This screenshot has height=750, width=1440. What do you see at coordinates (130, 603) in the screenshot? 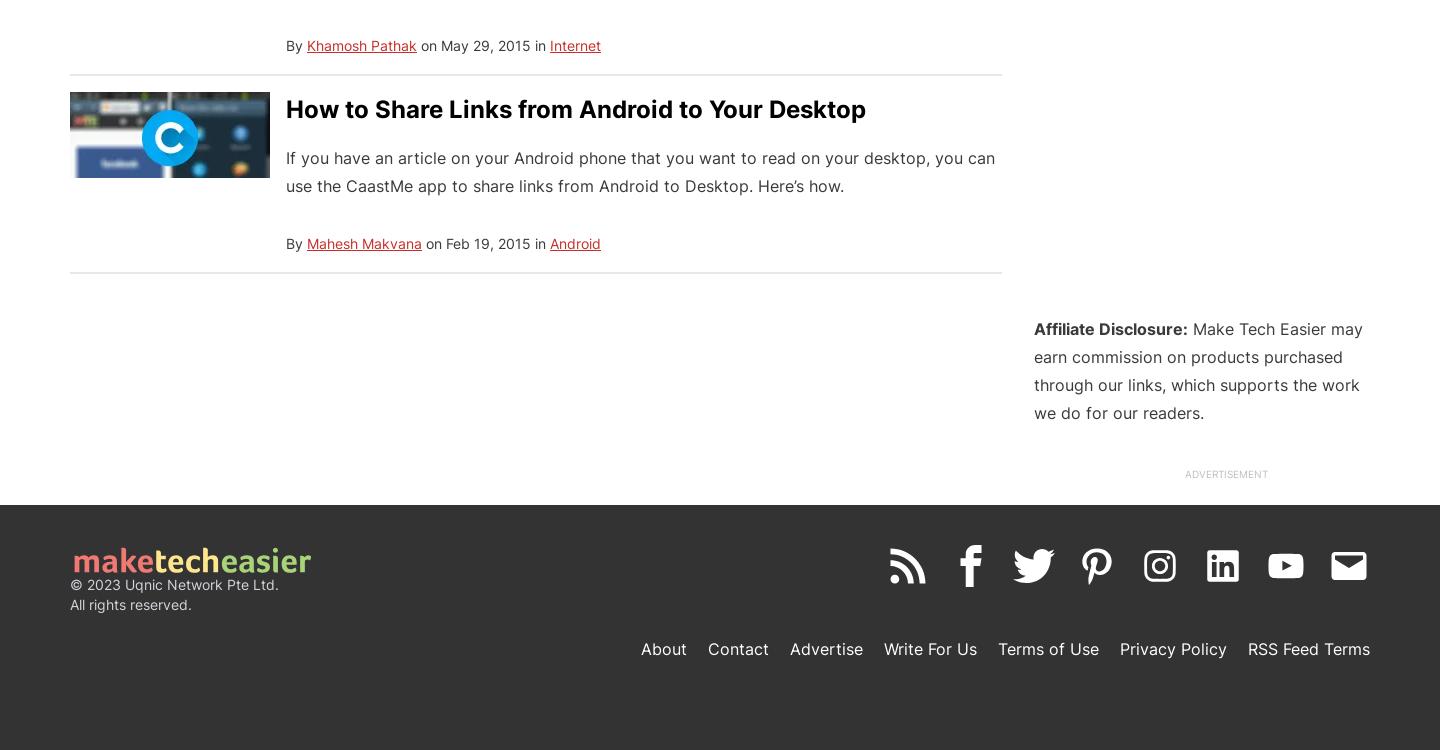
I see `'All rights reserved.'` at bounding box center [130, 603].